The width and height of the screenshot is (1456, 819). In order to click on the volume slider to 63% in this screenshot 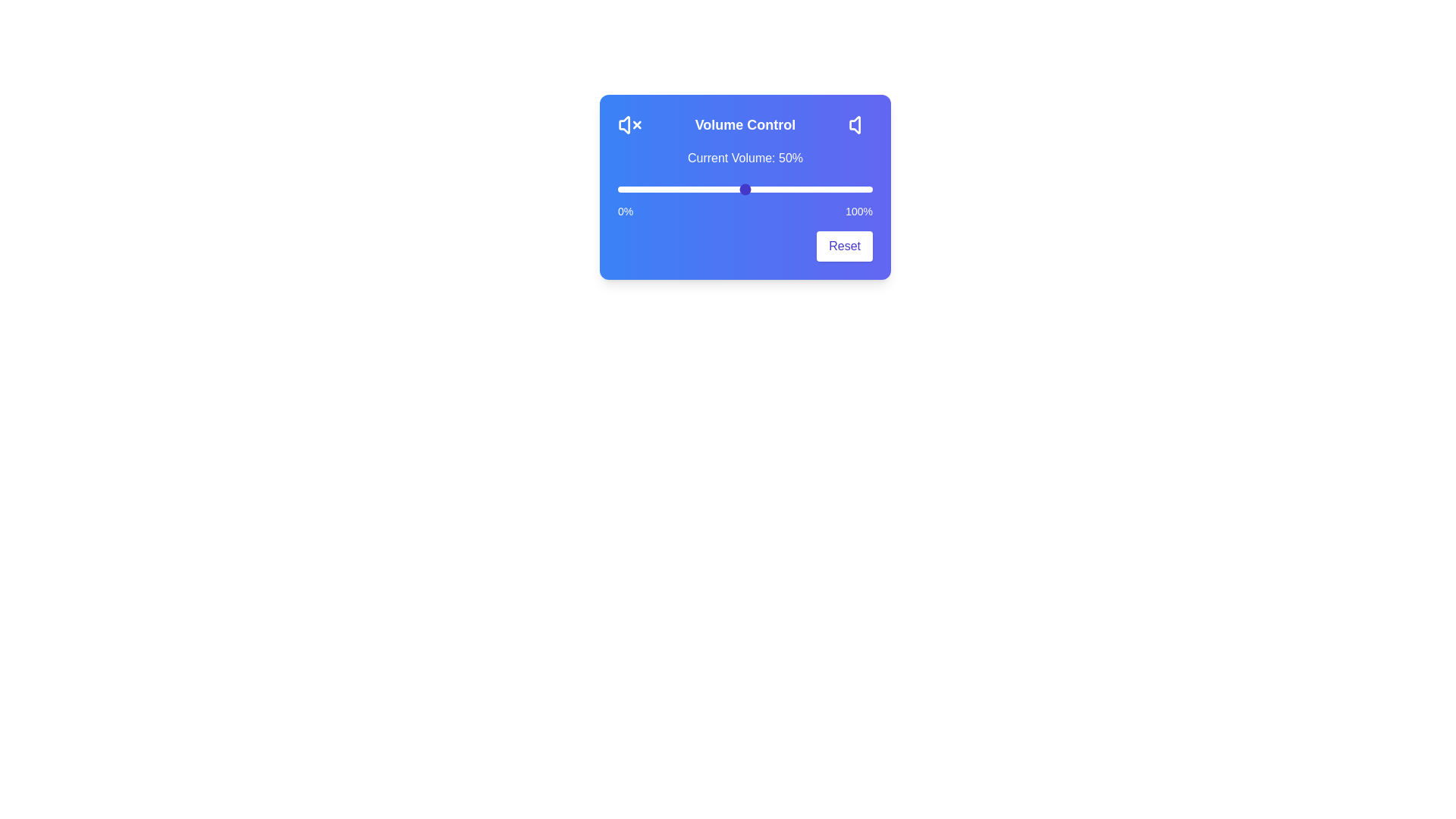, I will do `click(778, 189)`.